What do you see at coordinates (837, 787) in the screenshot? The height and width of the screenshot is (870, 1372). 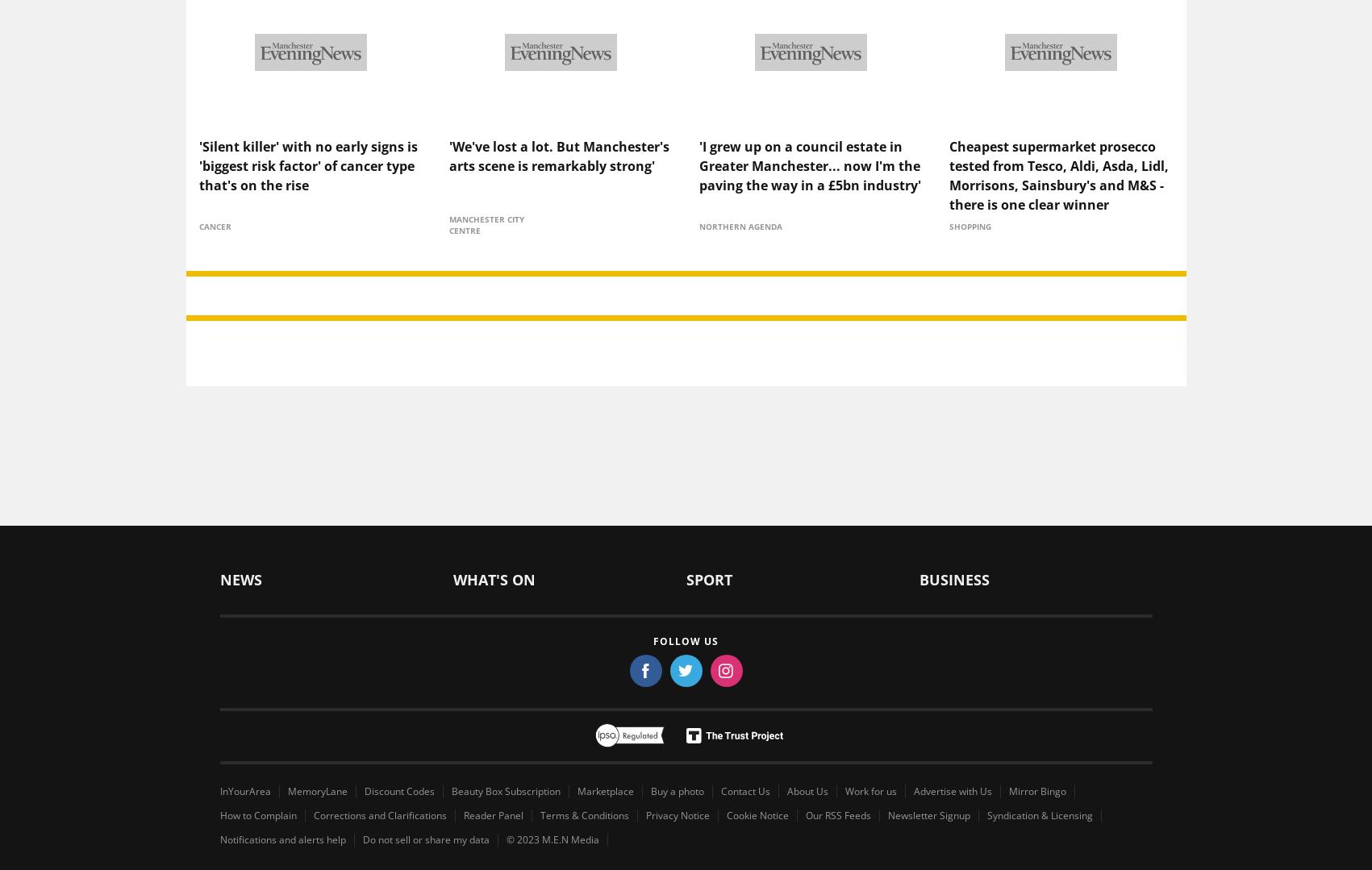 I see `'Our RSS Feeds'` at bounding box center [837, 787].